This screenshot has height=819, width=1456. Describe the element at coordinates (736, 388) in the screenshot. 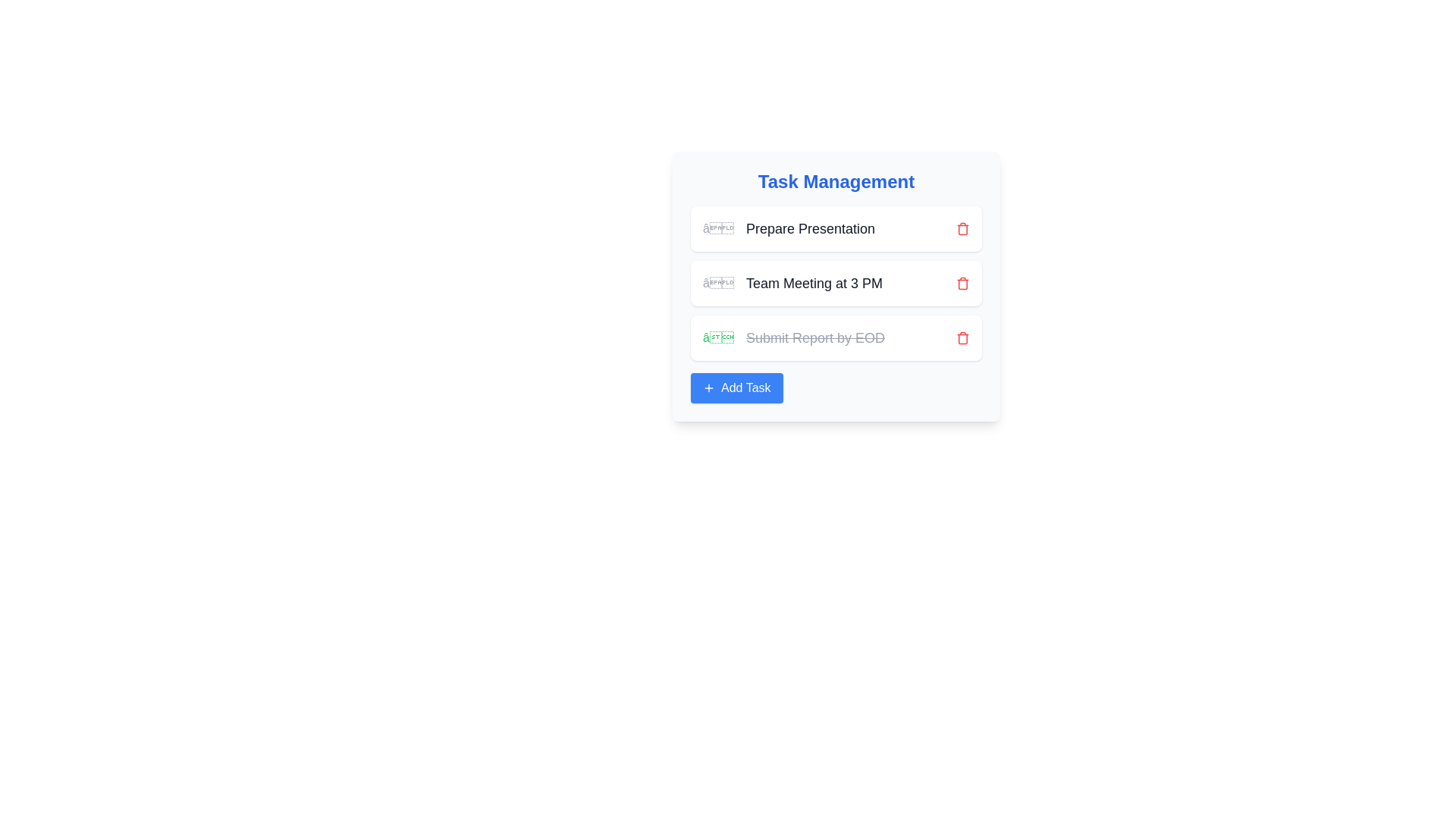

I see `the 'Add Task' button located at the bottom center of the 'Task Management' panel` at that location.